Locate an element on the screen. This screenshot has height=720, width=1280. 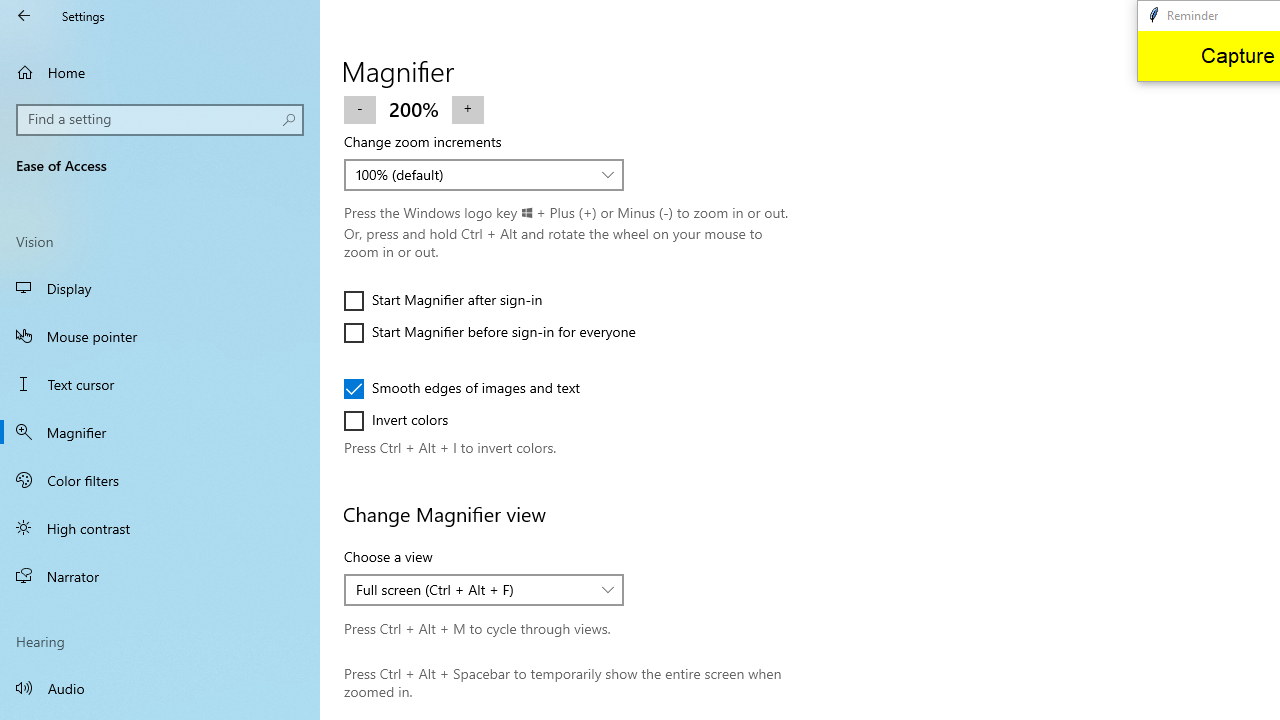
'Audio' is located at coordinates (160, 686).